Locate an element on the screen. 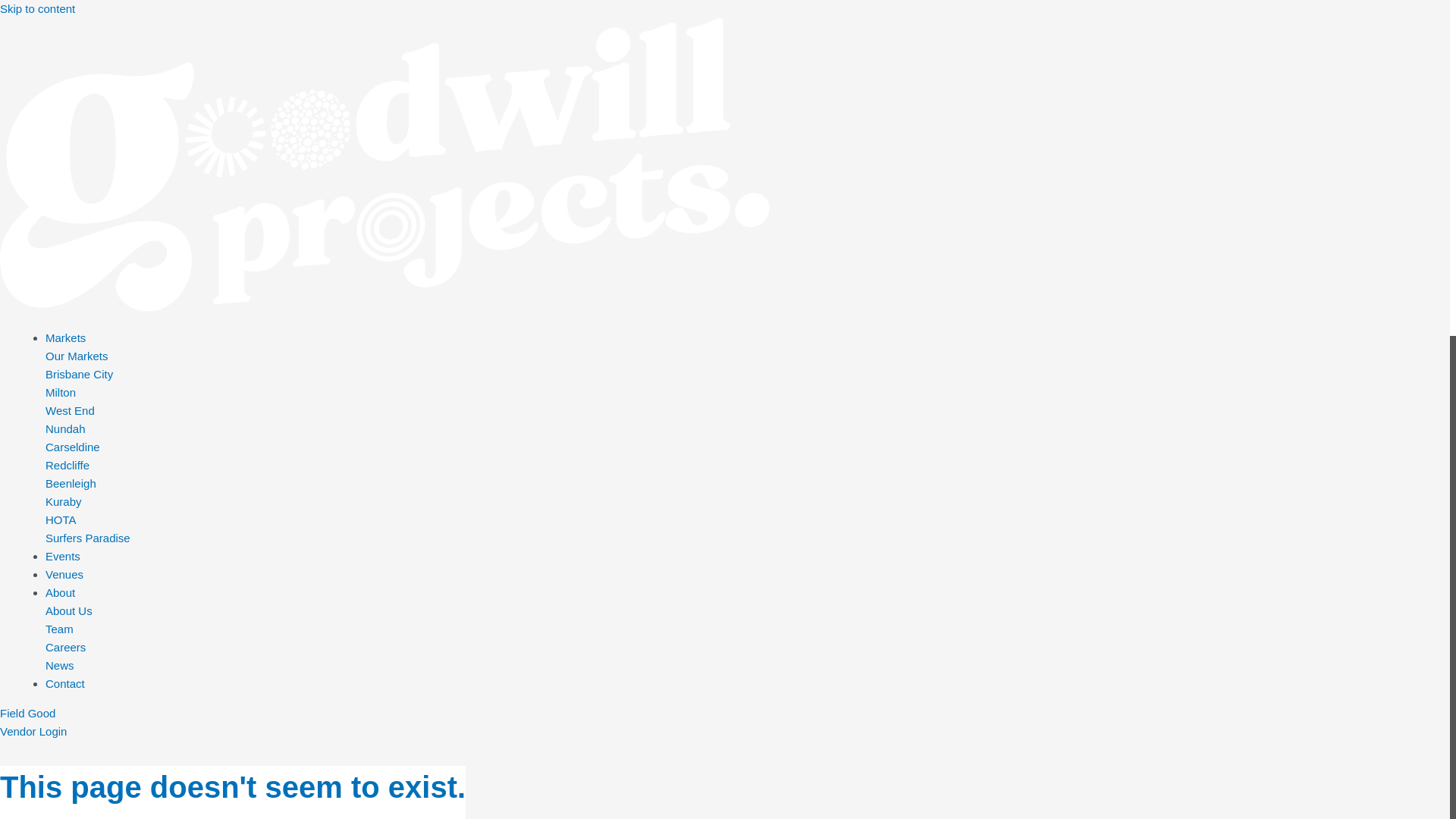 The image size is (1456, 819). 'Vendor Login' is located at coordinates (33, 730).